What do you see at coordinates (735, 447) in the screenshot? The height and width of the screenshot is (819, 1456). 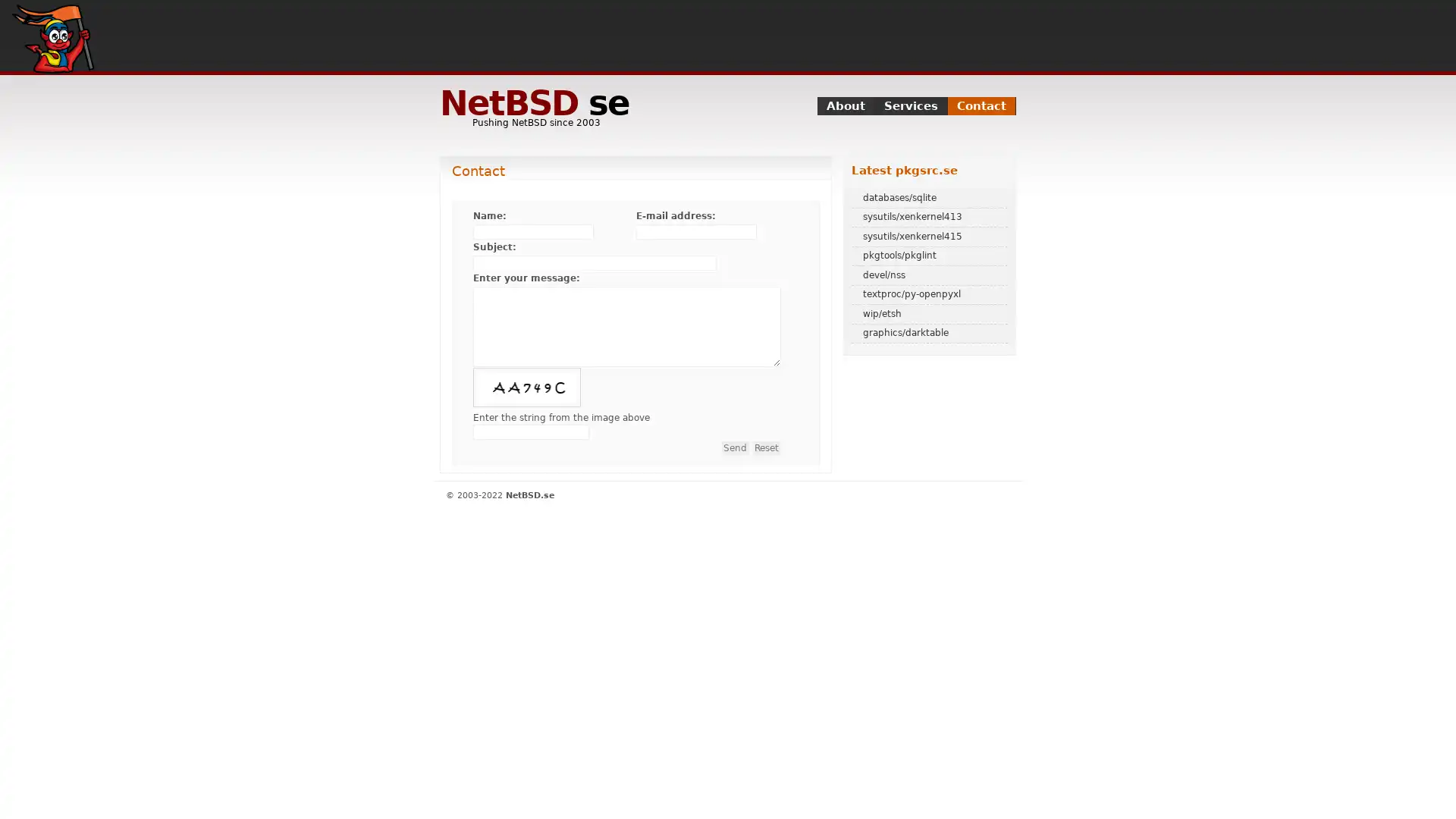 I see `Send` at bounding box center [735, 447].